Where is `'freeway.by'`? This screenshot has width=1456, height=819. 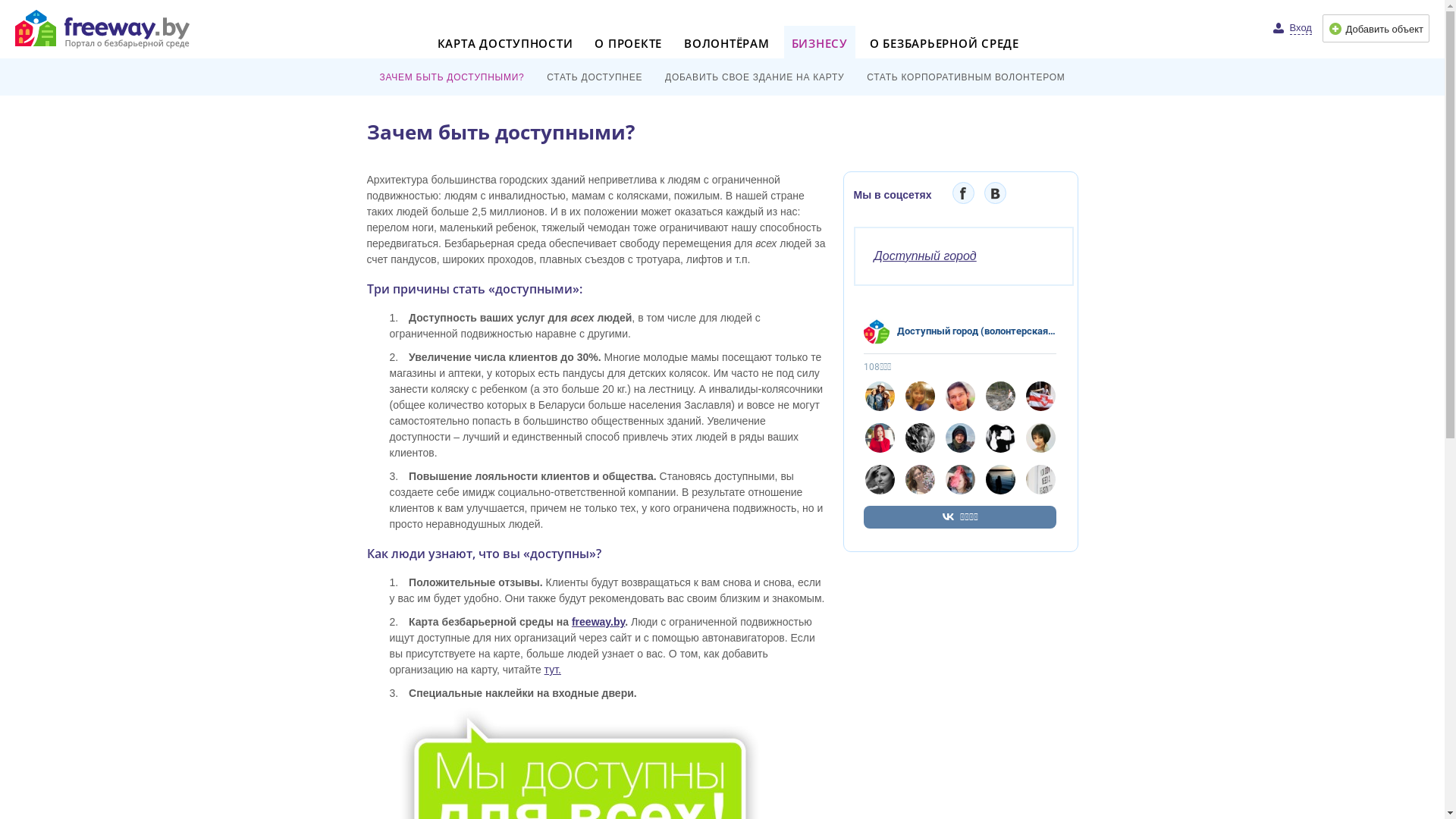
'freeway.by' is located at coordinates (597, 622).